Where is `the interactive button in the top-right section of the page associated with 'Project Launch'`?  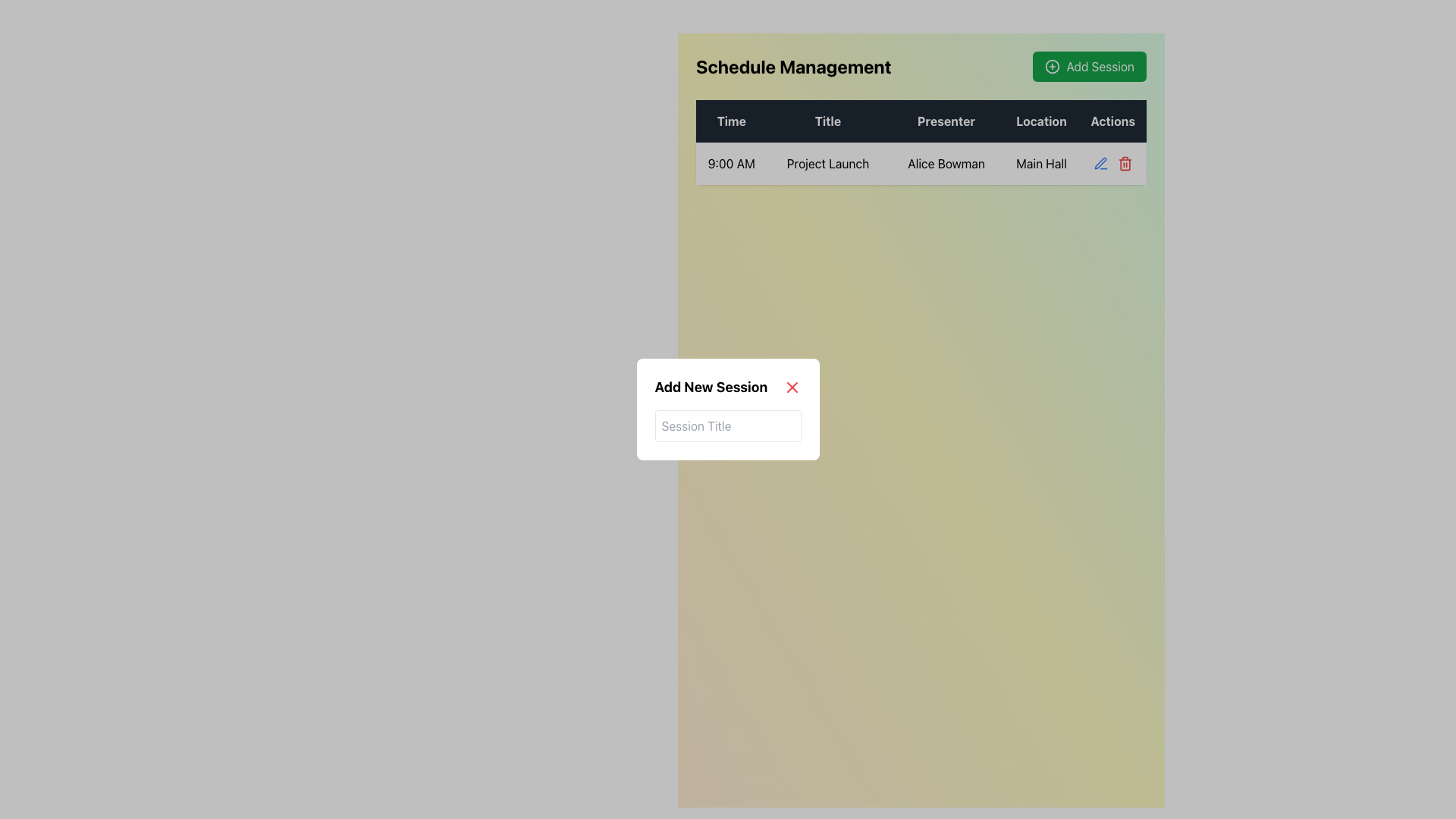 the interactive button in the top-right section of the page associated with 'Project Launch' is located at coordinates (1100, 164).